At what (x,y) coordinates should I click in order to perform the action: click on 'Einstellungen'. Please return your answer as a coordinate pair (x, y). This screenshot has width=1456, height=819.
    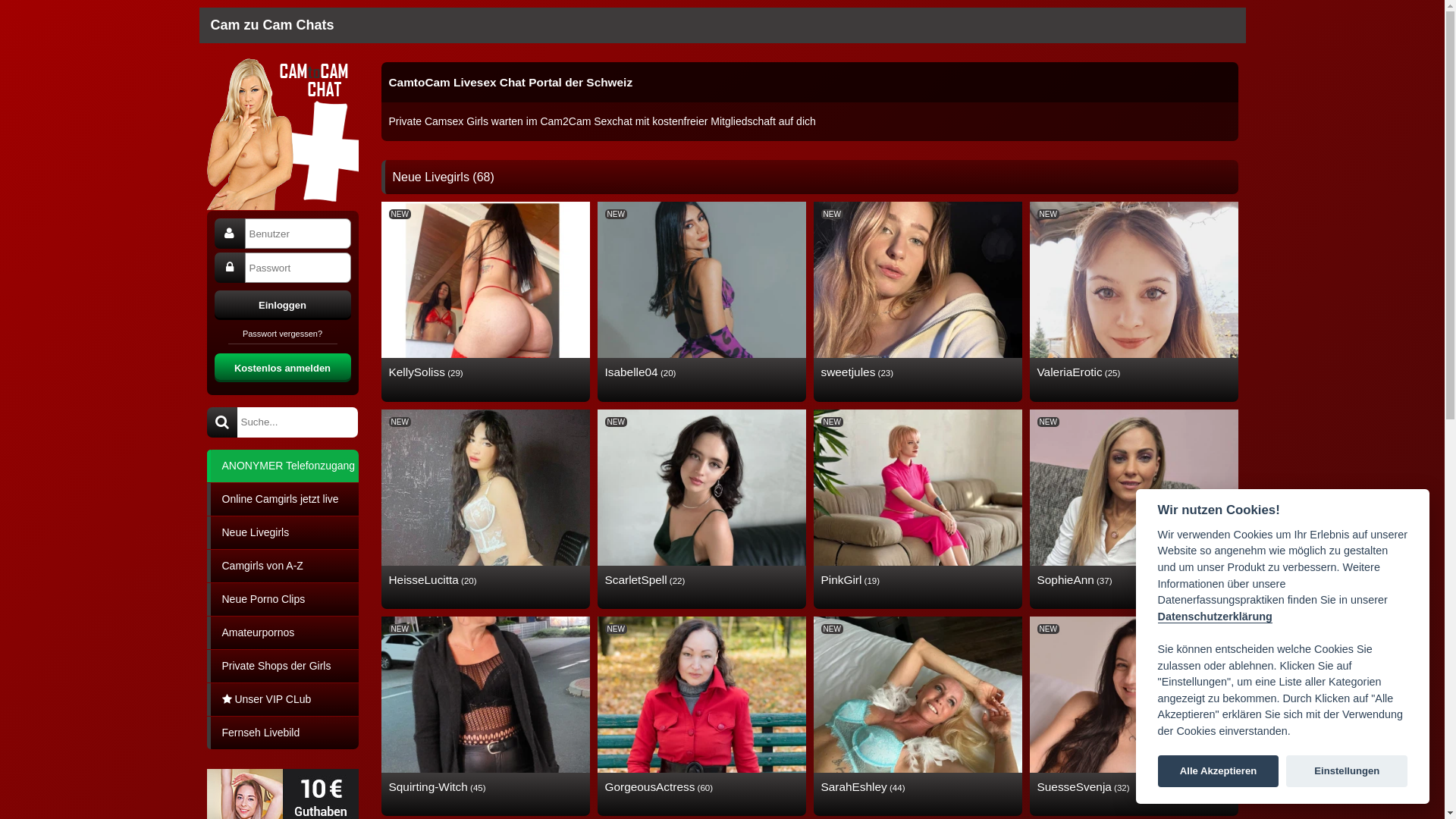
    Looking at the image, I should click on (1347, 771).